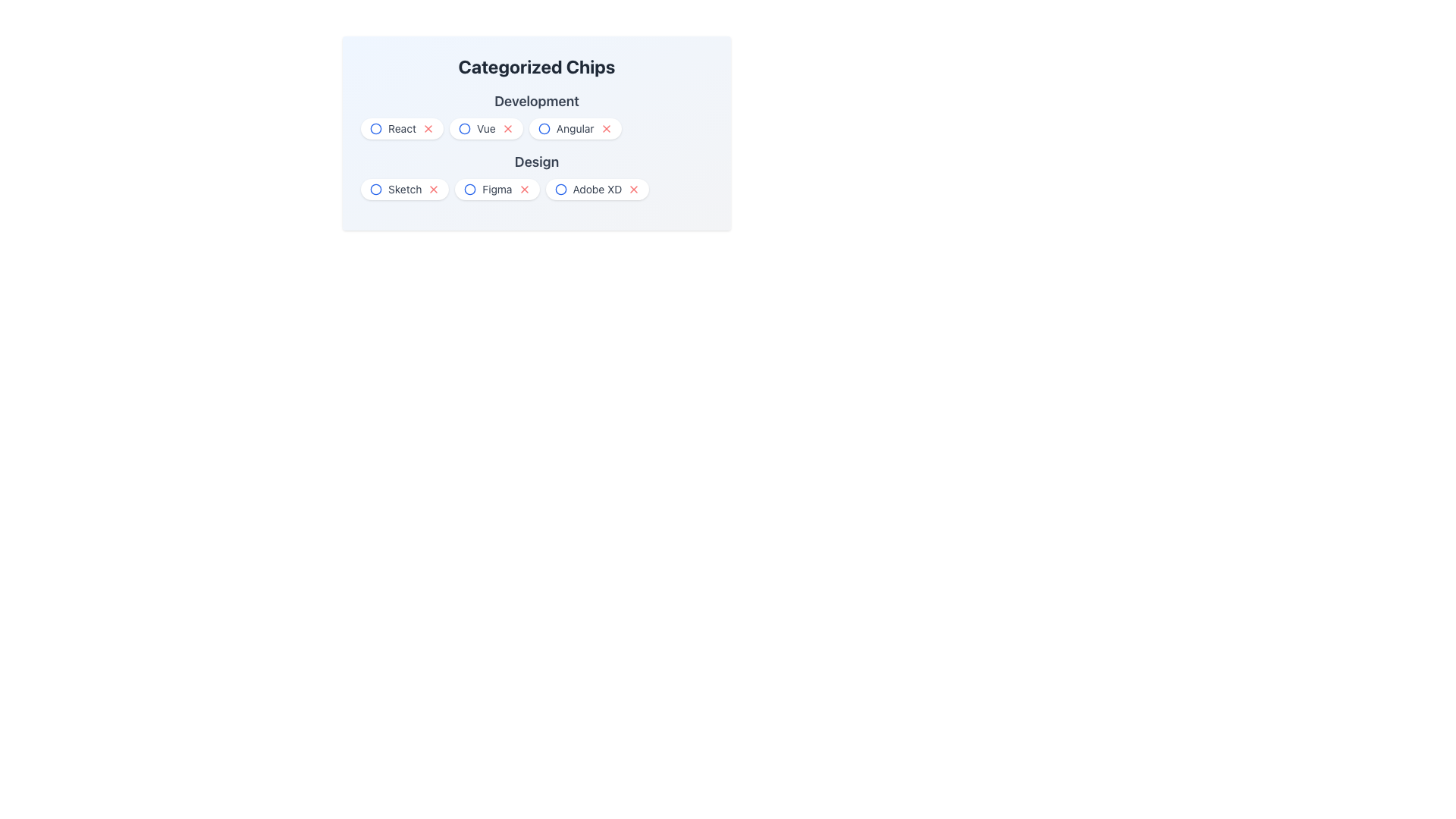 The width and height of the screenshot is (1456, 819). Describe the element at coordinates (537, 174) in the screenshot. I see `the selection chip` at that location.